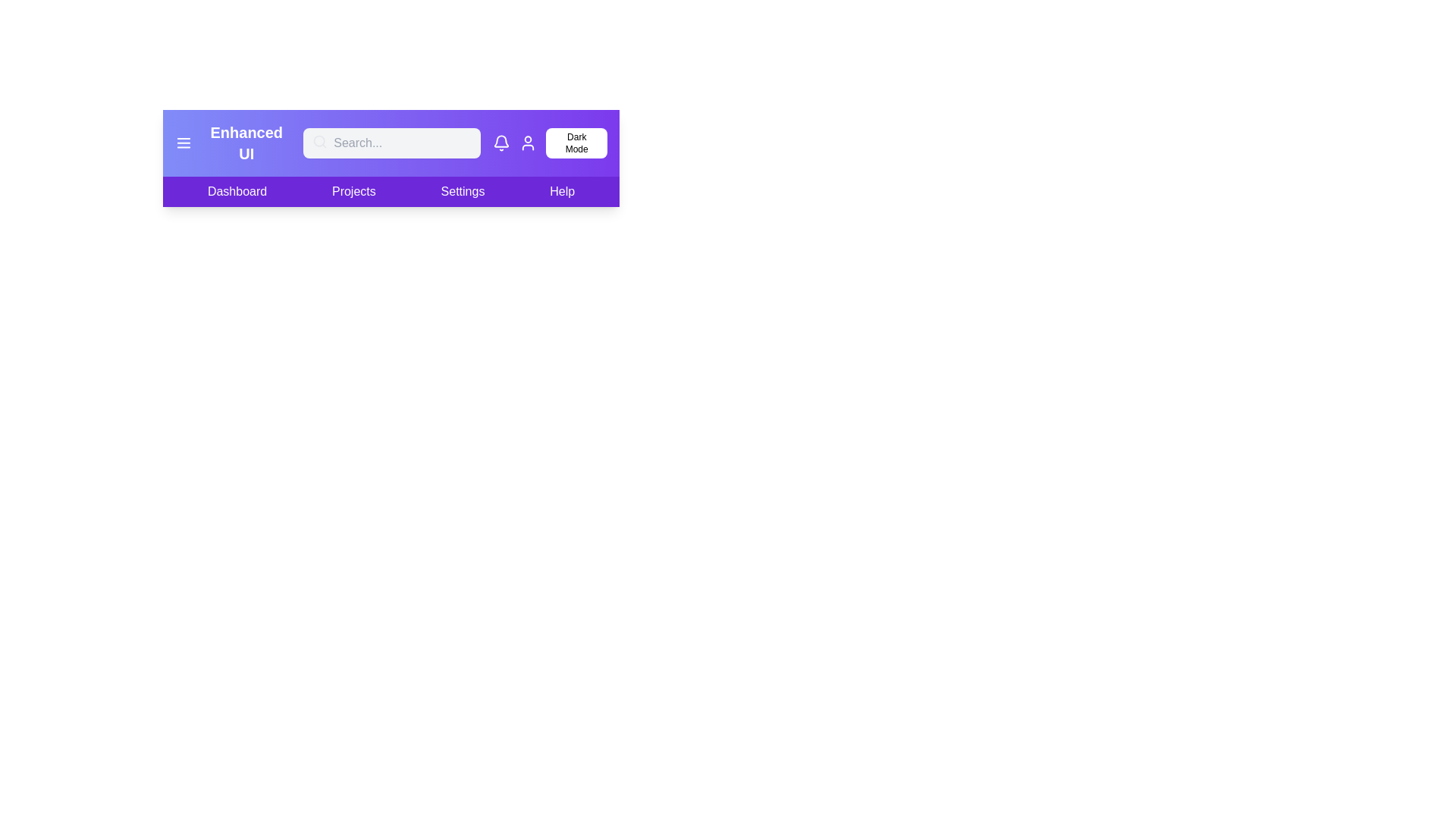 The height and width of the screenshot is (819, 1456). I want to click on the user icon in the app bar, so click(528, 143).